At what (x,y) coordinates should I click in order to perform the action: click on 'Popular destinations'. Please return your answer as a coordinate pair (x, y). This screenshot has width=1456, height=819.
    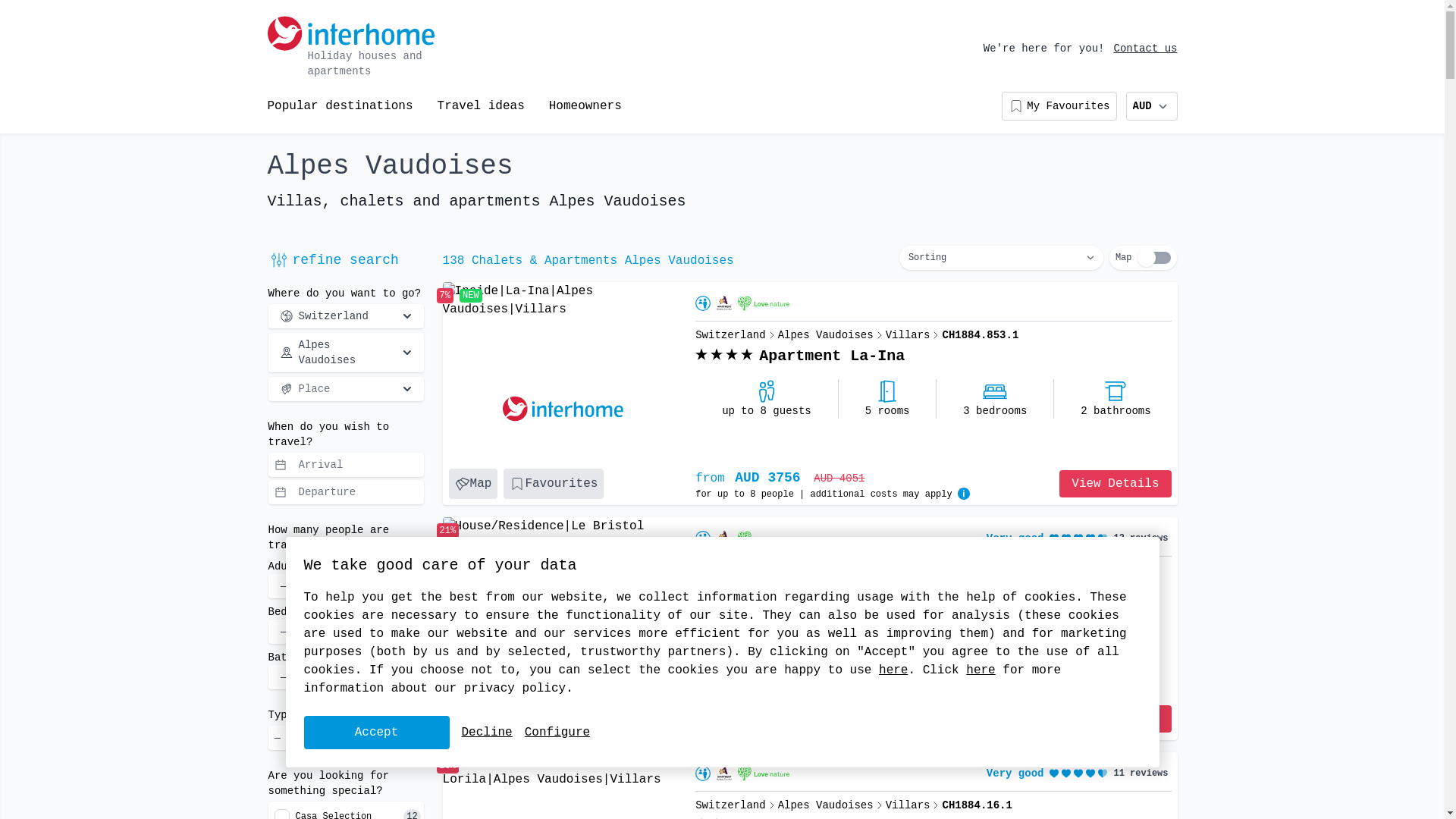
    Looking at the image, I should click on (338, 105).